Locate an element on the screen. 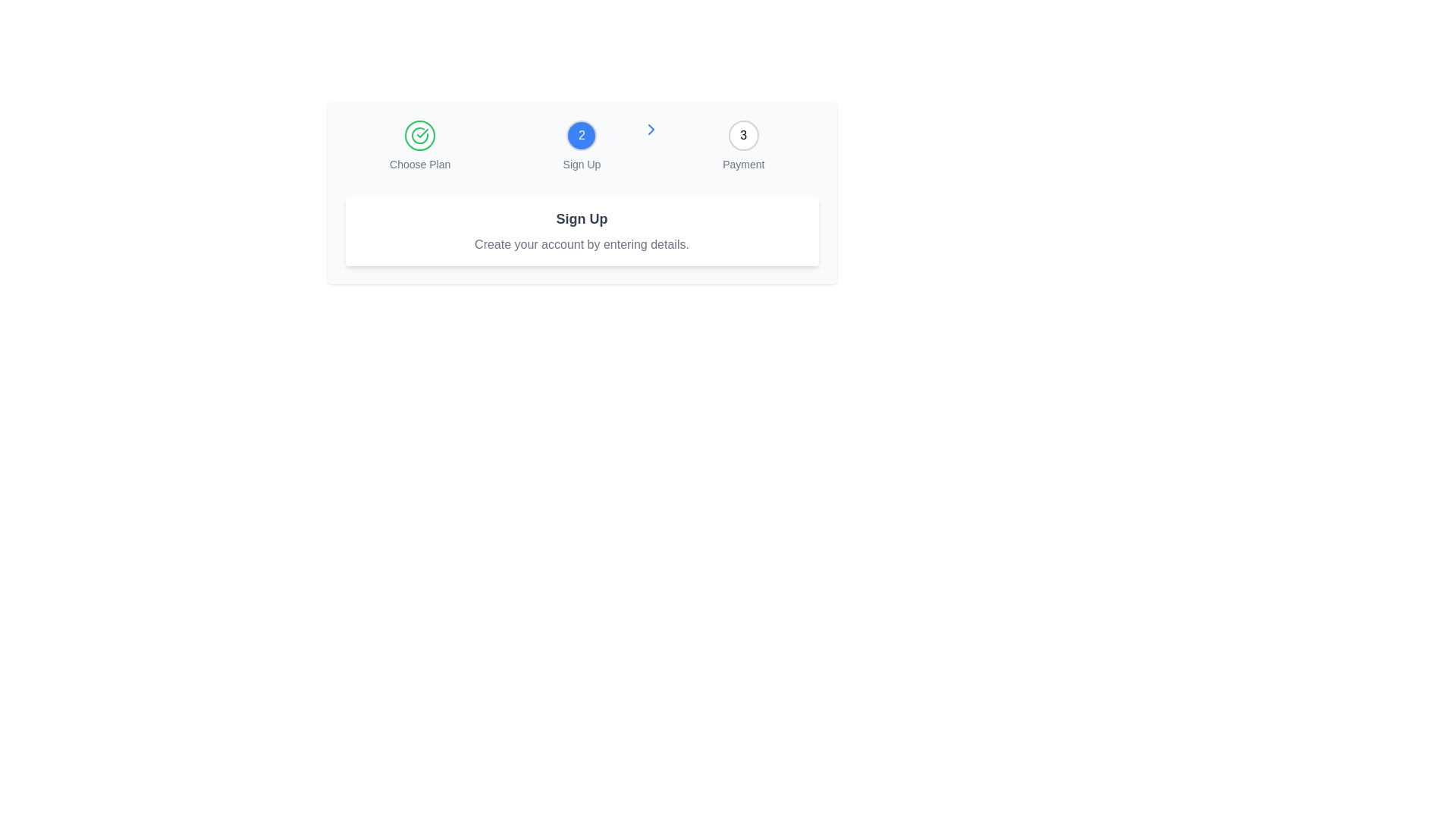 The image size is (1456, 819). the Text Label that identifies step 2 in the process flow, which is located directly under the blue circular element labeled '2' is located at coordinates (581, 164).